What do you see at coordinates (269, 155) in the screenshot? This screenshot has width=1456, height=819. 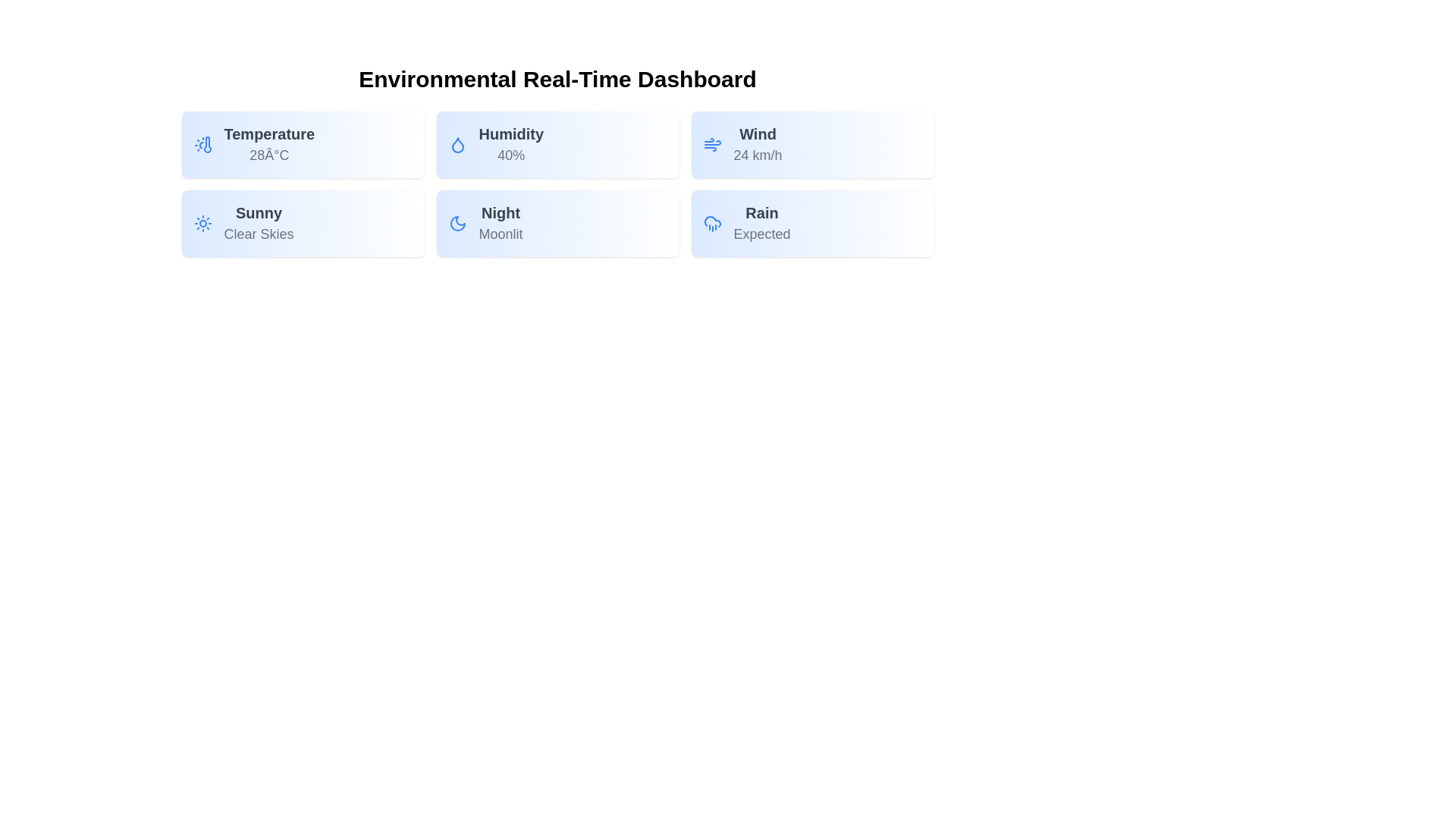 I see `the static text display showing the current temperature in degrees Celsius, located inside the 'Temperature' card in the top-left corner of the interface` at bounding box center [269, 155].